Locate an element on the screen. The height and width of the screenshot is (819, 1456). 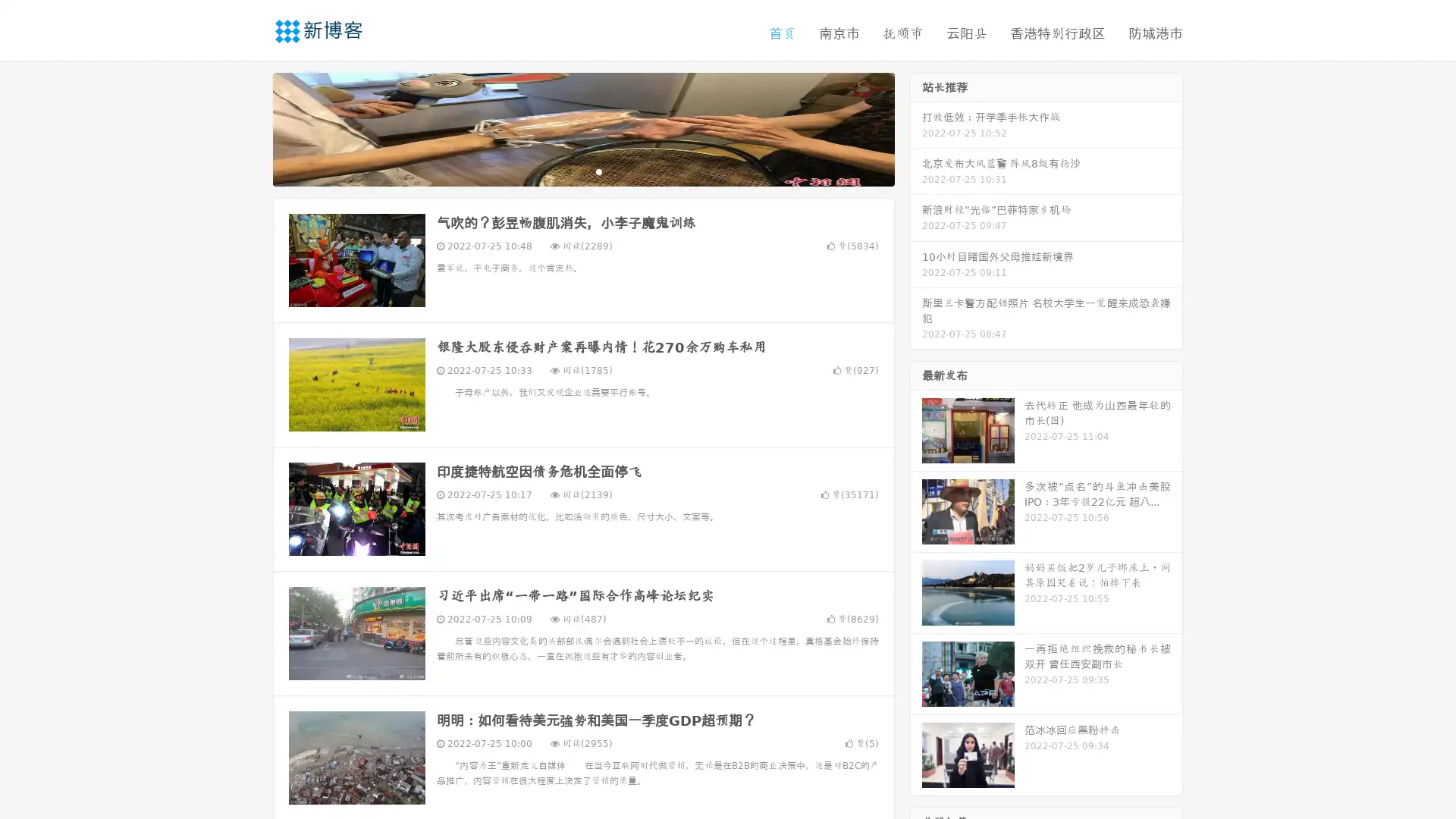
Go to slide 3 is located at coordinates (598, 171).